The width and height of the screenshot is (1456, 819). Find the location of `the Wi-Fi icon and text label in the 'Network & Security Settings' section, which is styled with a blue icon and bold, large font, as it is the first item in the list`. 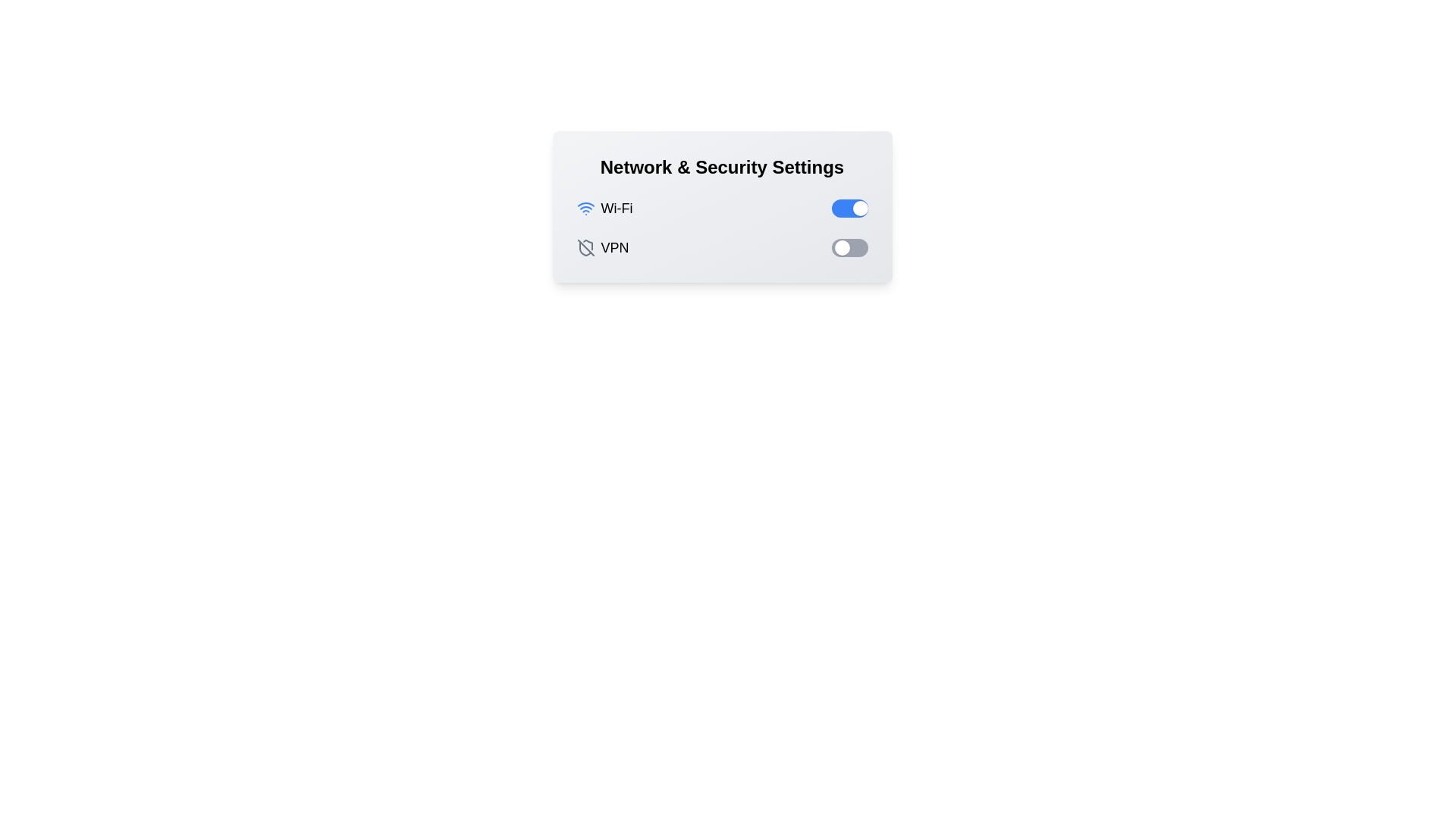

the Wi-Fi icon and text label in the 'Network & Security Settings' section, which is styled with a blue icon and bold, large font, as it is the first item in the list is located at coordinates (604, 208).